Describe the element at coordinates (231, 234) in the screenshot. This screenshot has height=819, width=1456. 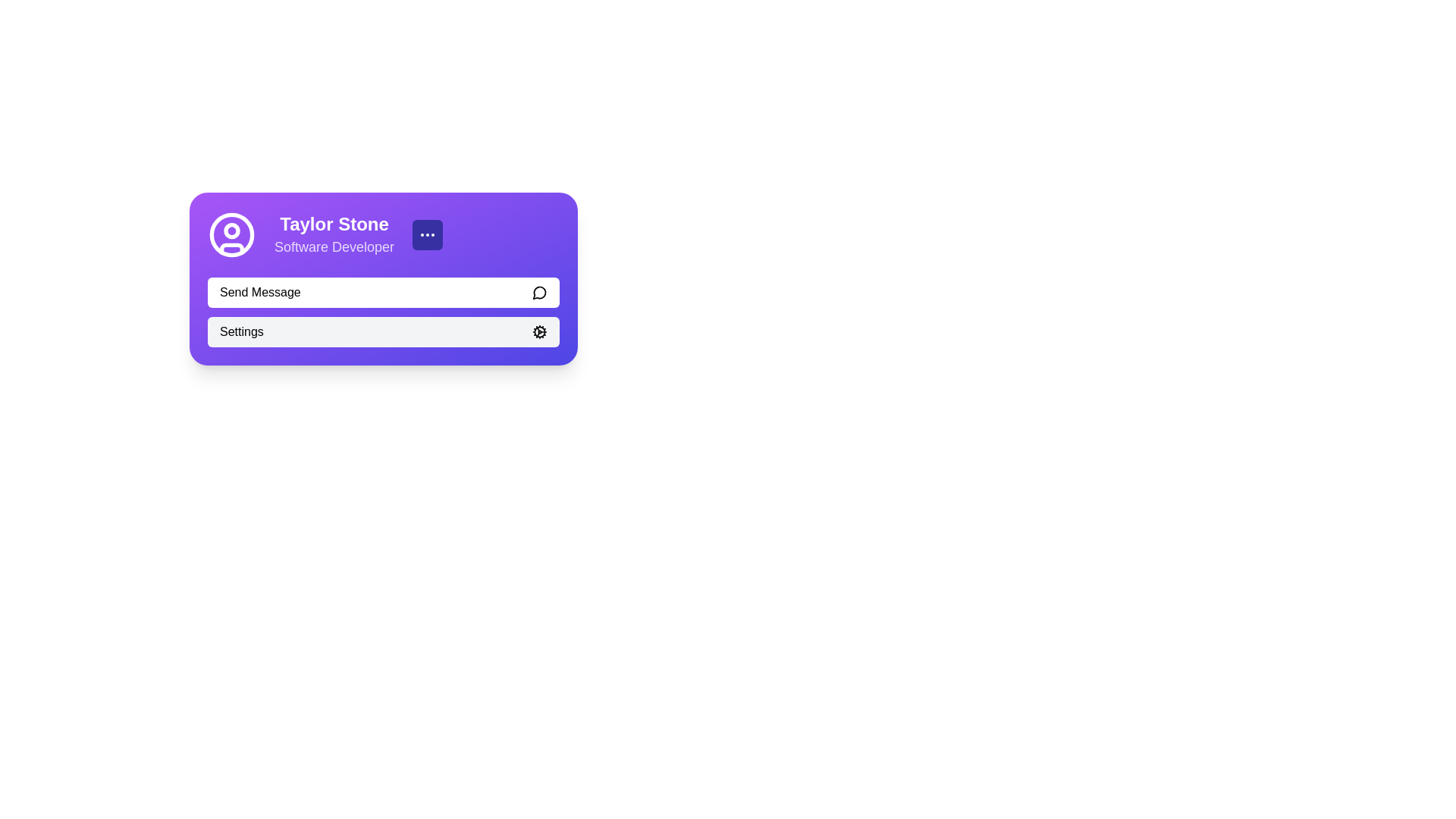
I see `the purple circle element located at the center of the user profile icon within the purple card` at that location.